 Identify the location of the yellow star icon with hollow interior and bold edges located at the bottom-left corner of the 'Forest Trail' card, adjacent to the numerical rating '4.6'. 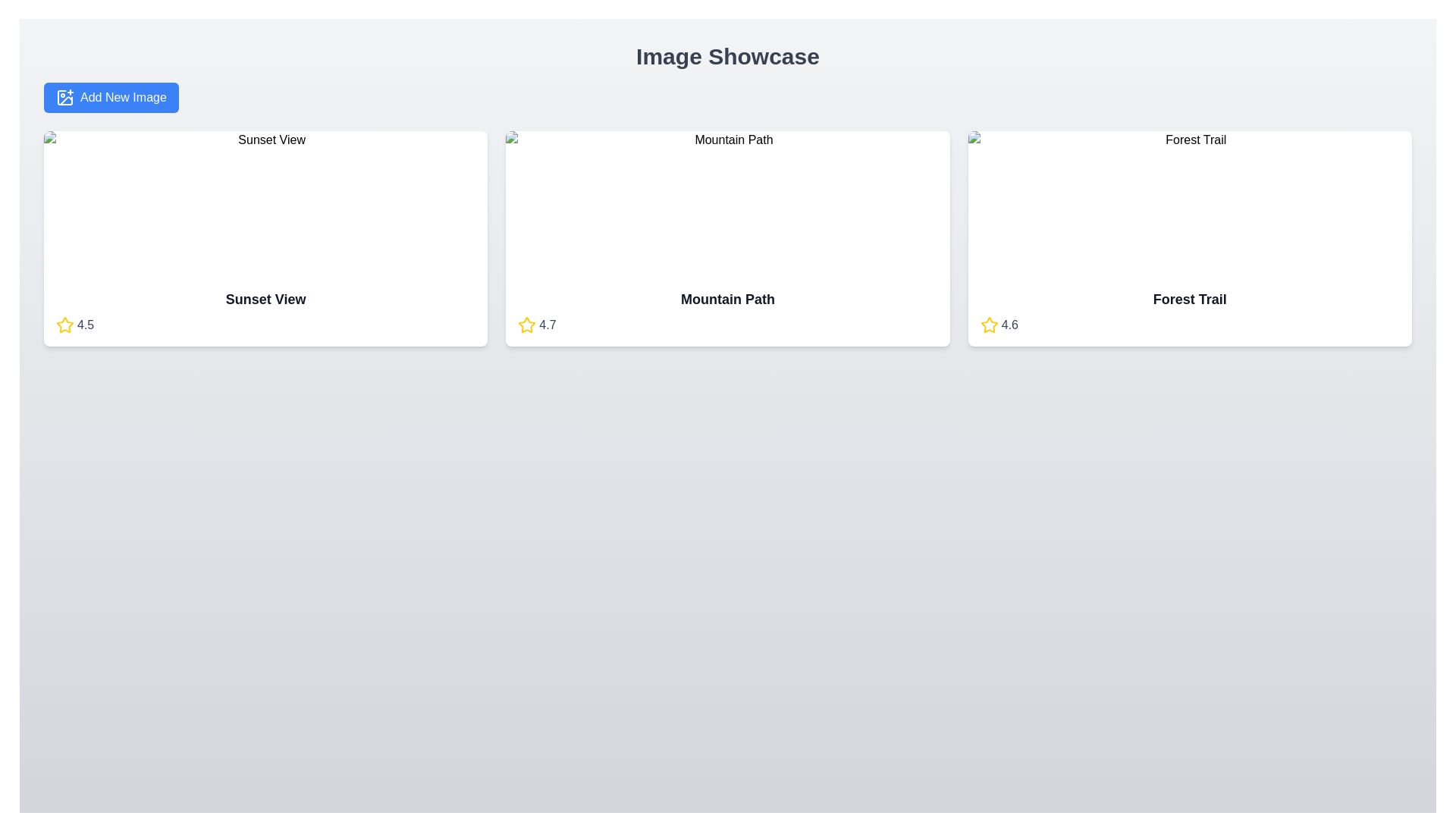
(989, 324).